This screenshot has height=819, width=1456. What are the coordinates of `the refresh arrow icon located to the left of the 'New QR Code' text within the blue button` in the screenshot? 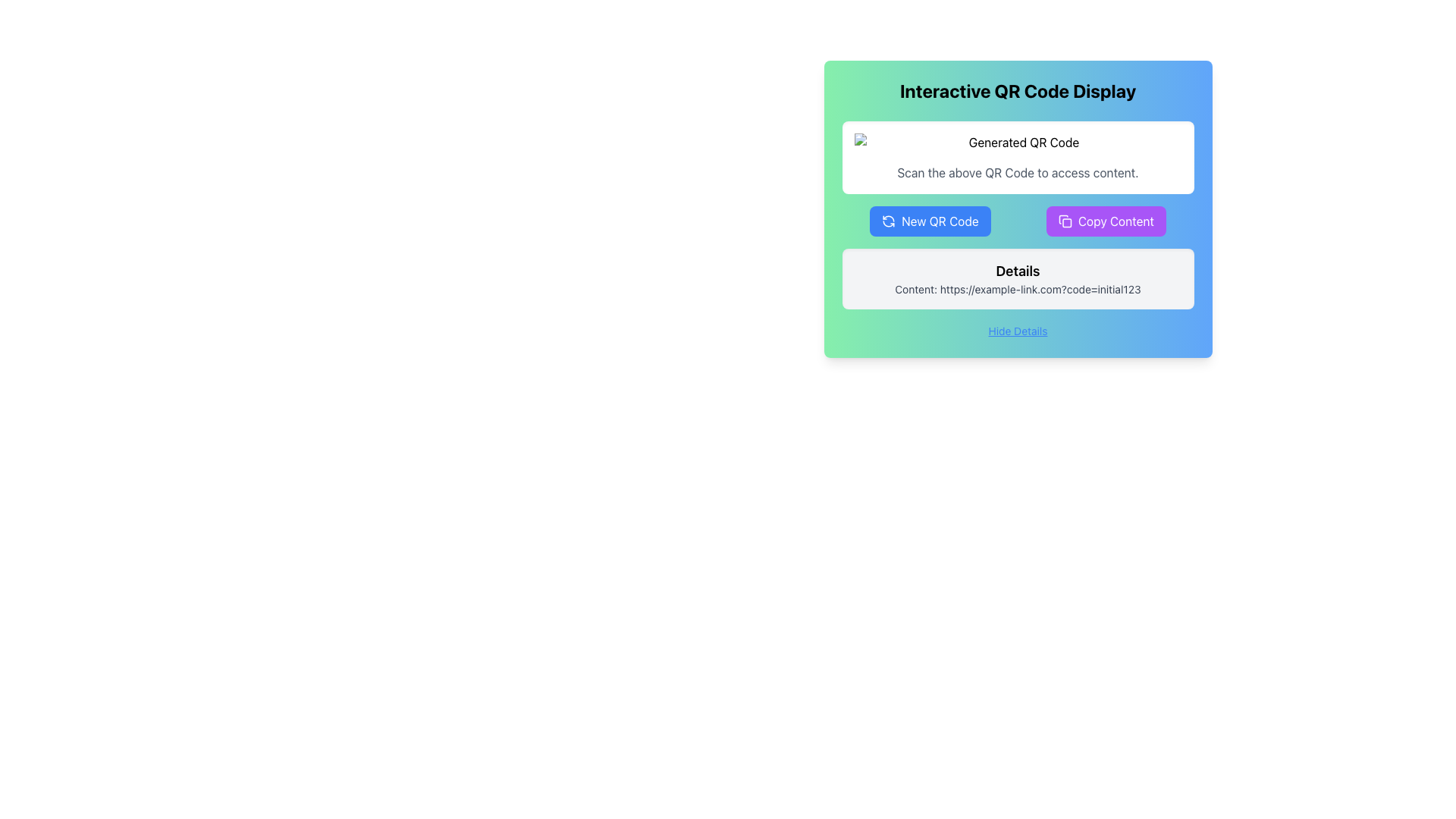 It's located at (889, 221).